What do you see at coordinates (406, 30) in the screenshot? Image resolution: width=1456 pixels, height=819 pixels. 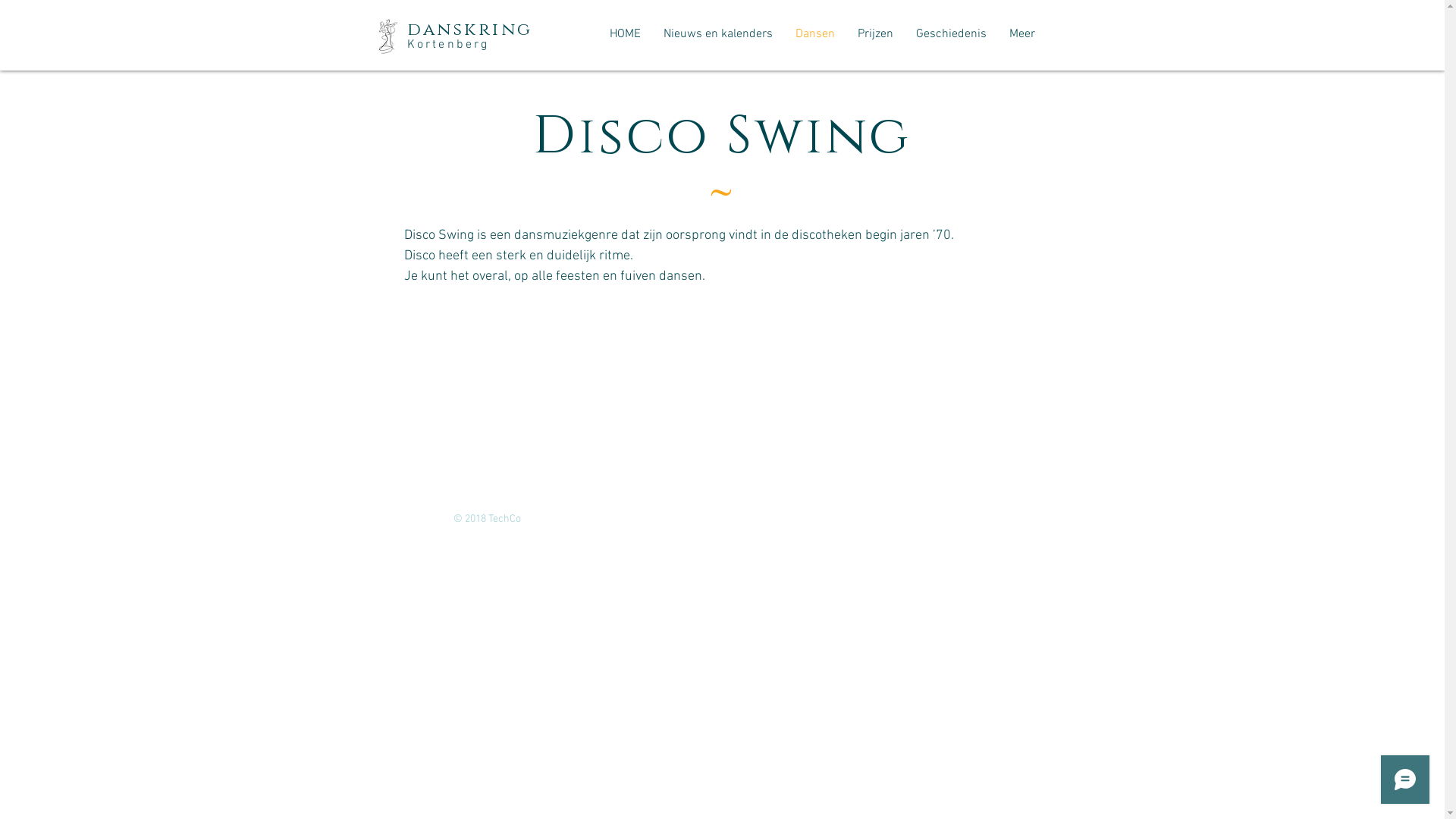 I see `'danskring'` at bounding box center [406, 30].